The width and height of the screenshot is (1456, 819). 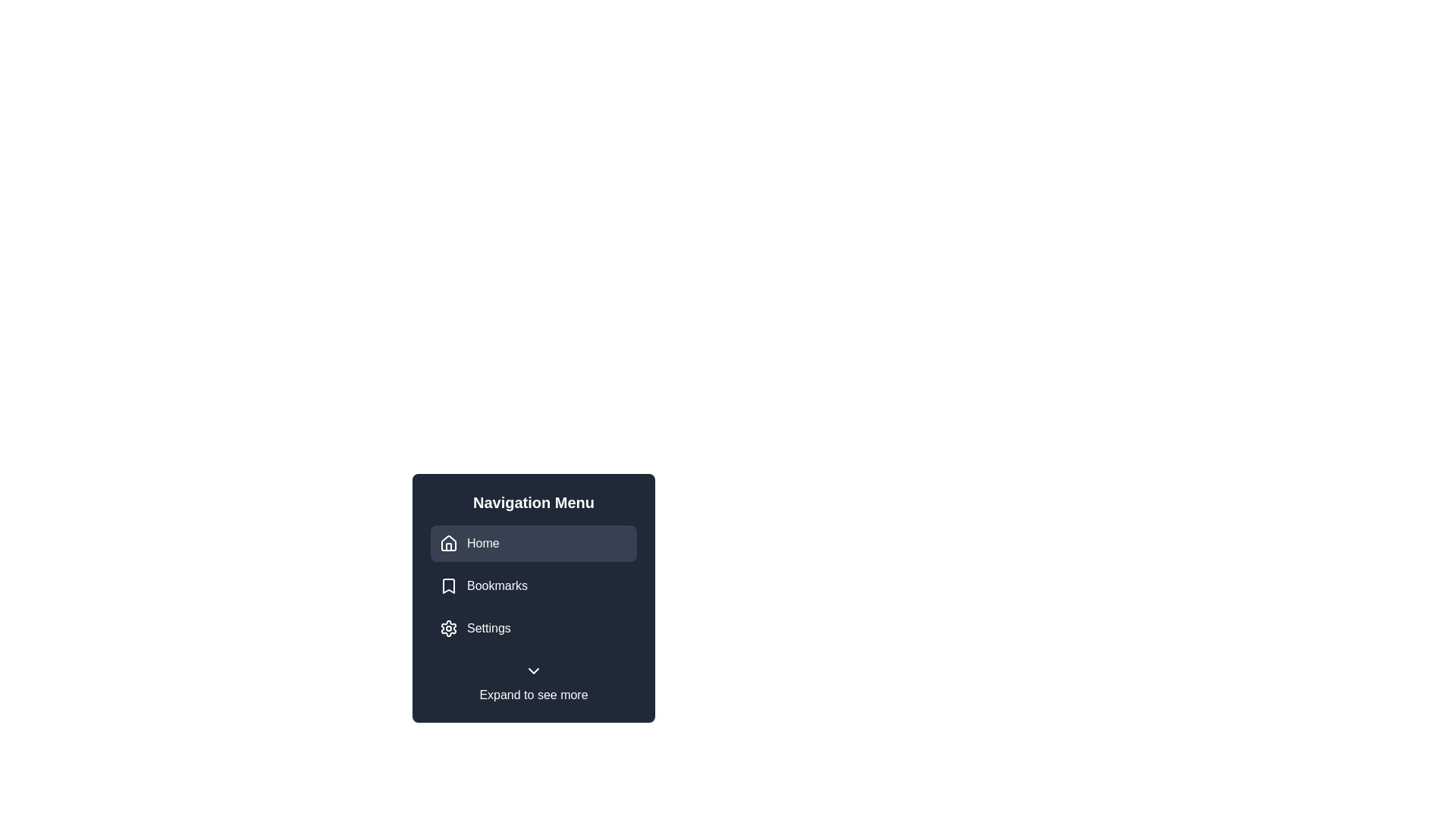 What do you see at coordinates (482, 543) in the screenshot?
I see `the 'Home' text label in the navigation menu, which serves as a label for the Home option` at bounding box center [482, 543].